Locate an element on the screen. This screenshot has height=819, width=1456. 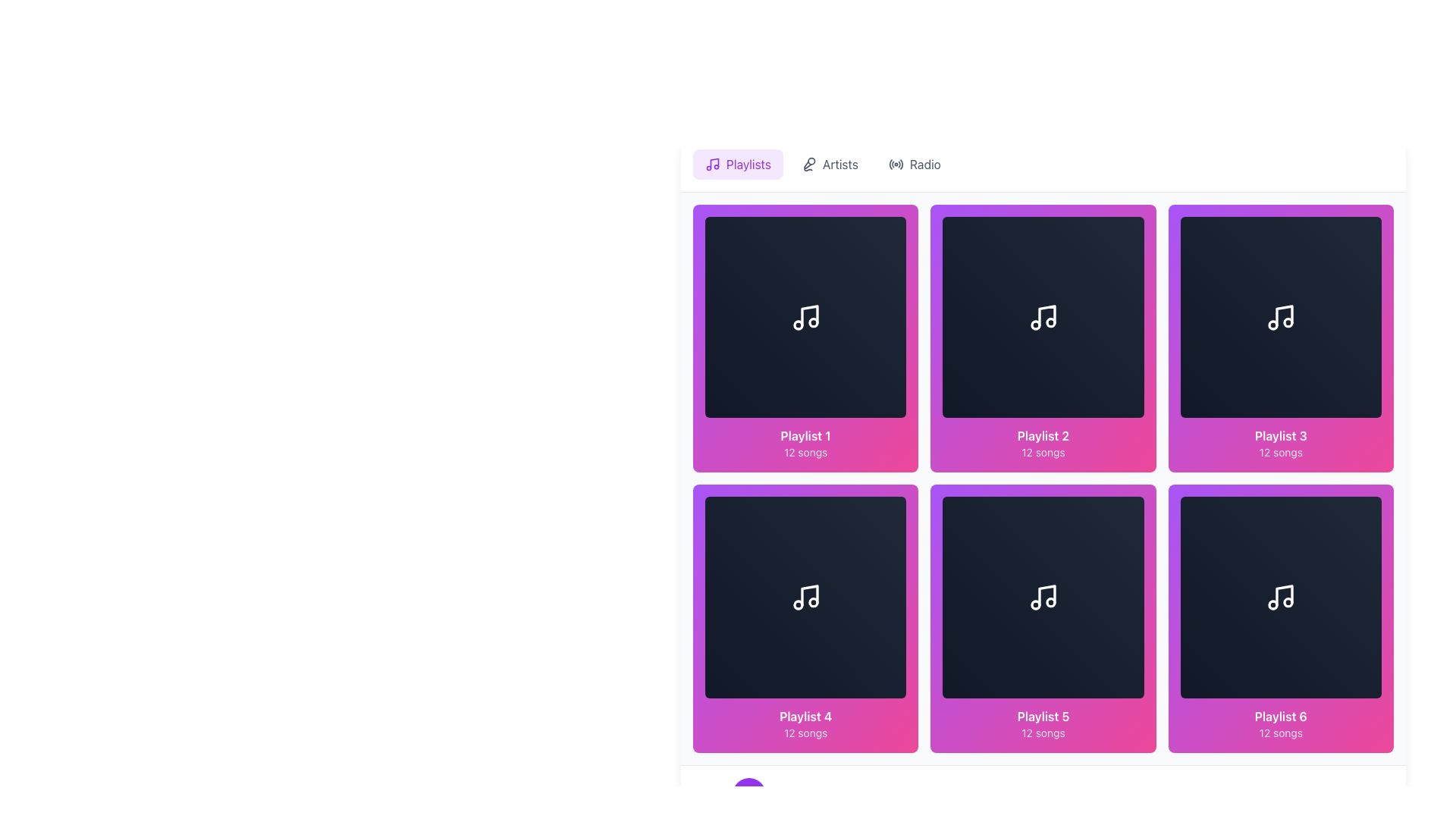
the small circular SVG element that is part of the musical note icon in the 'Playlist 5' card is located at coordinates (1034, 604).